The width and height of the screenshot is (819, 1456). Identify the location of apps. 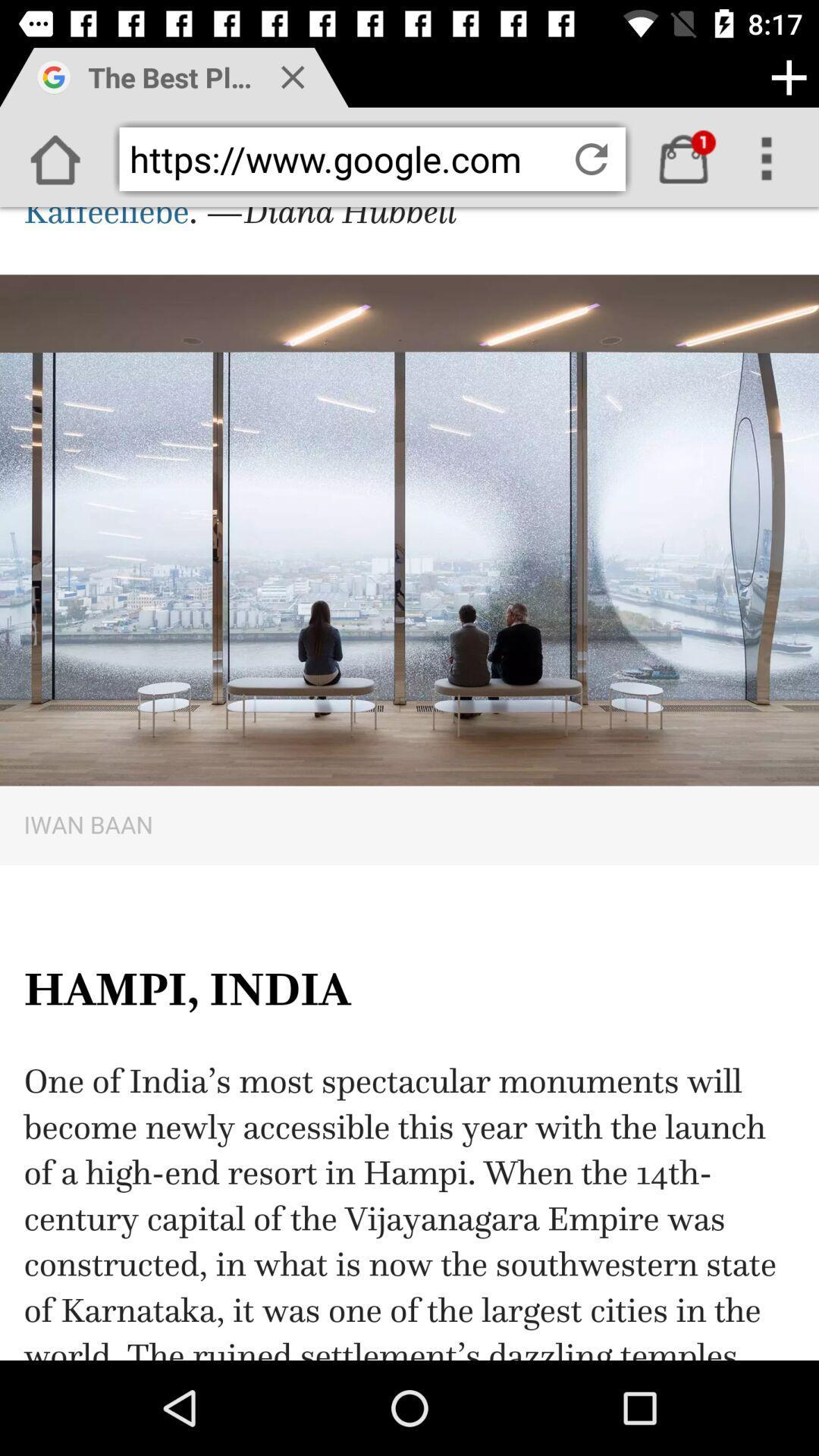
(788, 77).